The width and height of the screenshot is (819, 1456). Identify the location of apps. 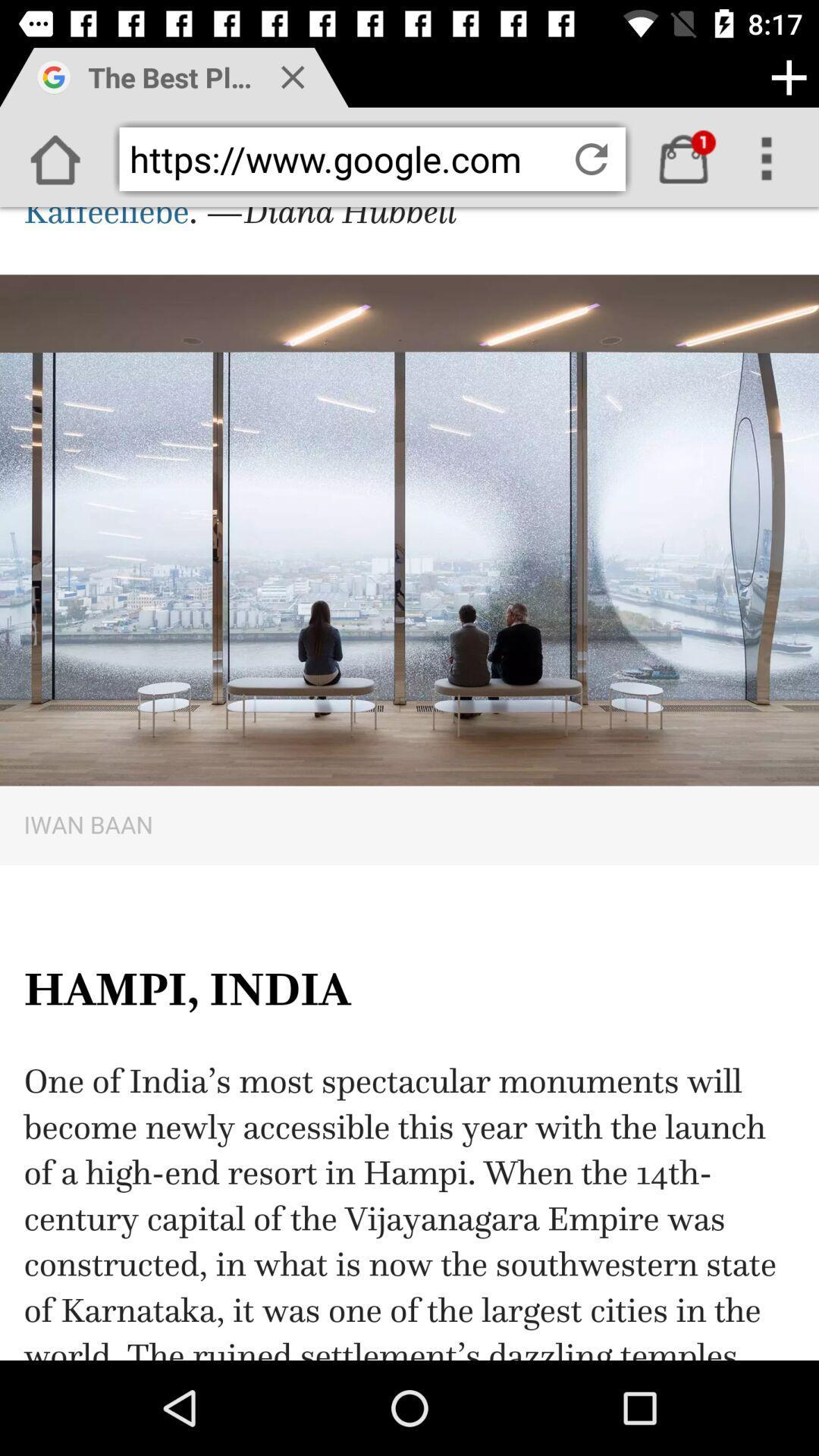
(788, 77).